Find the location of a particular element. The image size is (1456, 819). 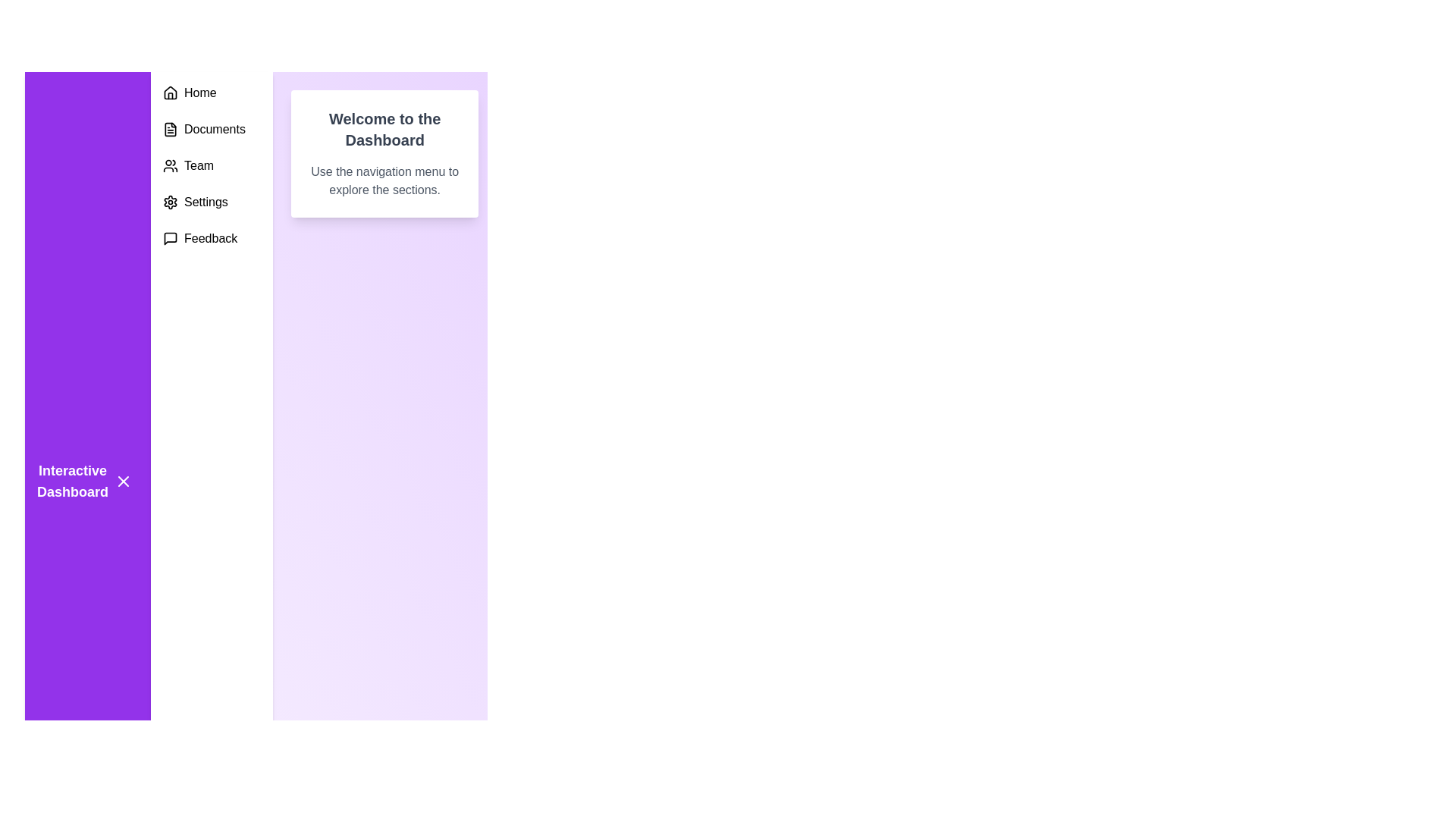

the house icon located in the vertical navigation bar, positioned just above the text 'Home' as a visual indicator is located at coordinates (171, 93).